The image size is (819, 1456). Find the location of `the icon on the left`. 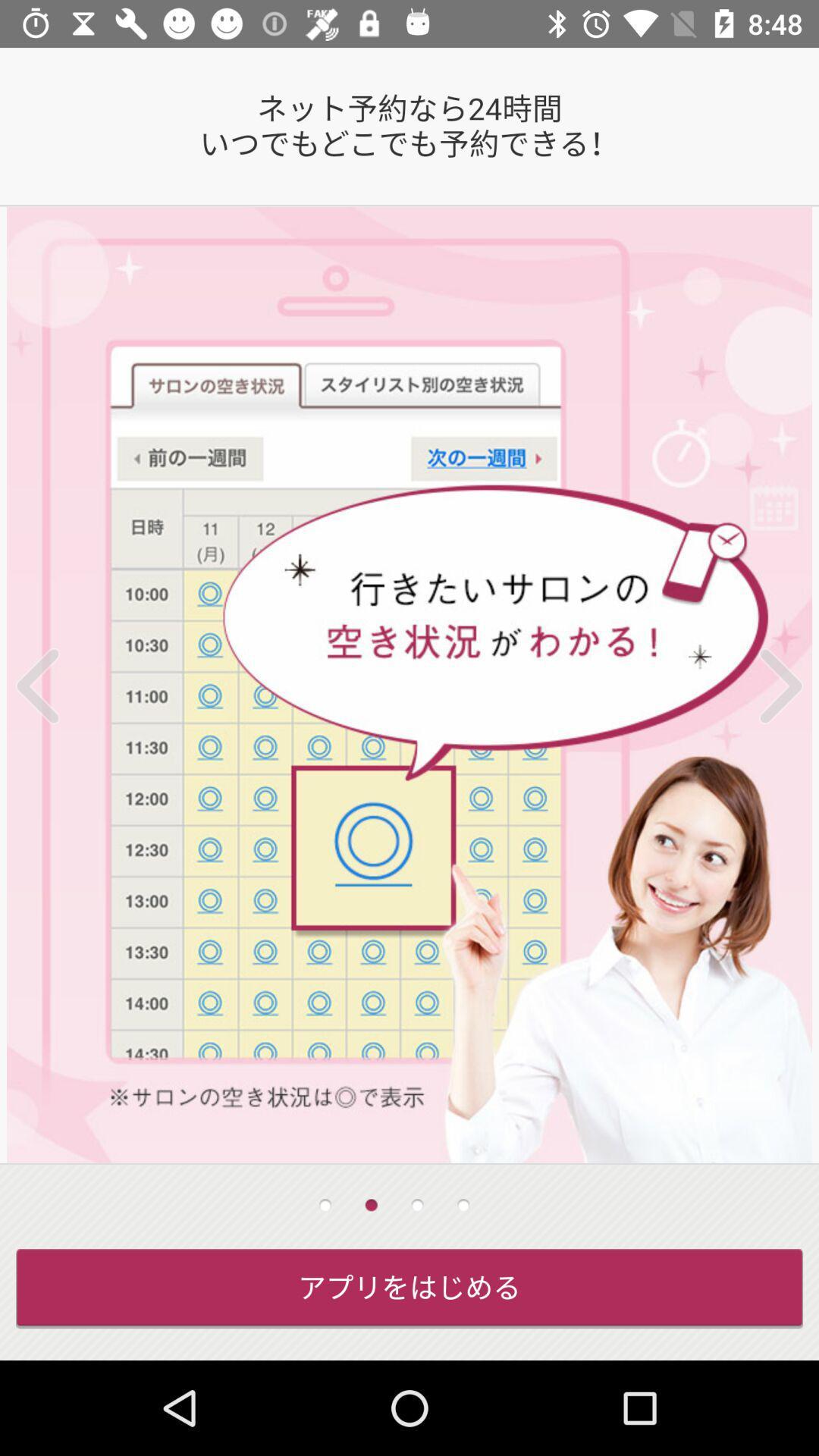

the icon on the left is located at coordinates (57, 685).